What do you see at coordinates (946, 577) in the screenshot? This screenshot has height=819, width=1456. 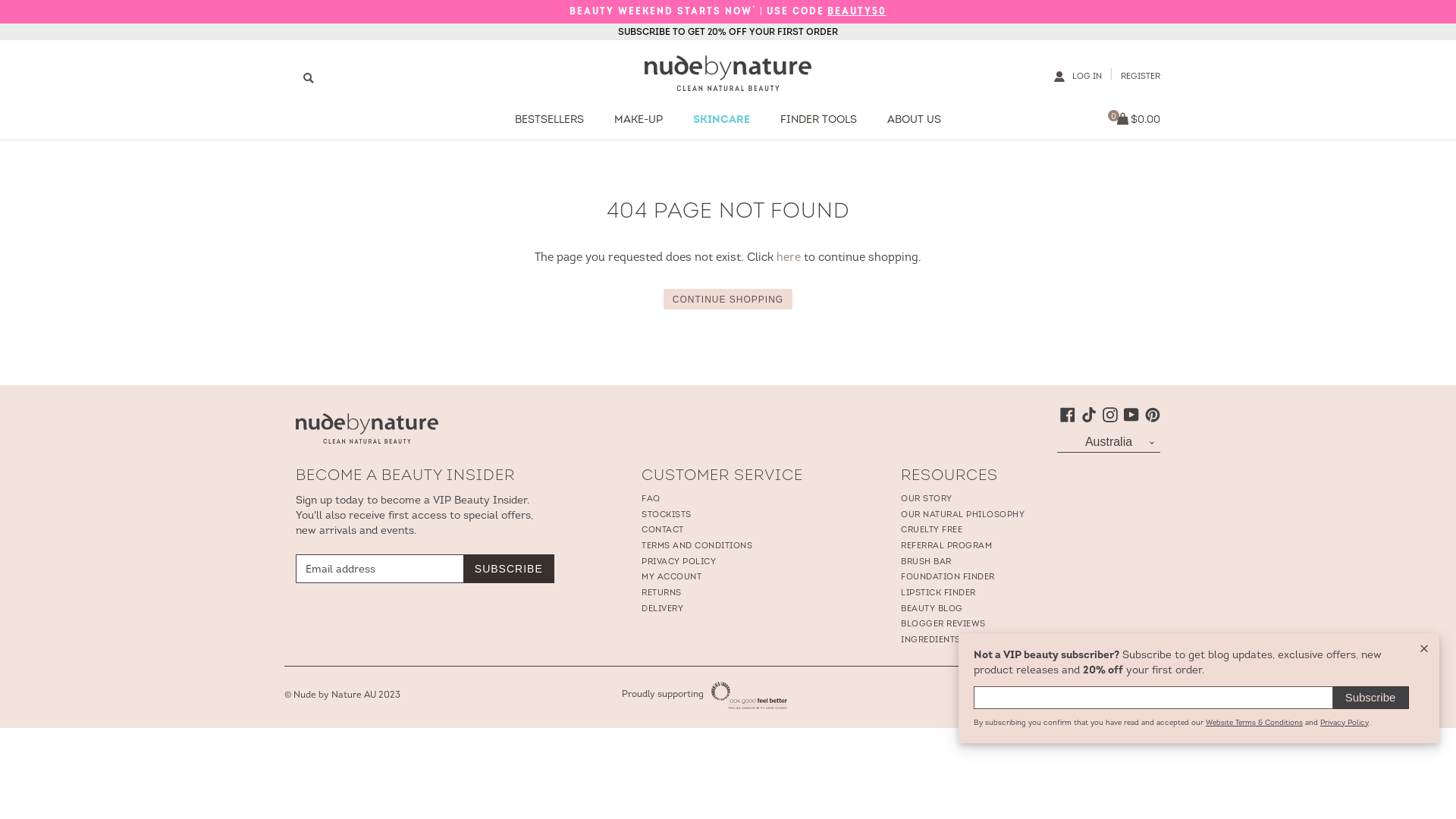 I see `'FOUNDATION FINDER'` at bounding box center [946, 577].